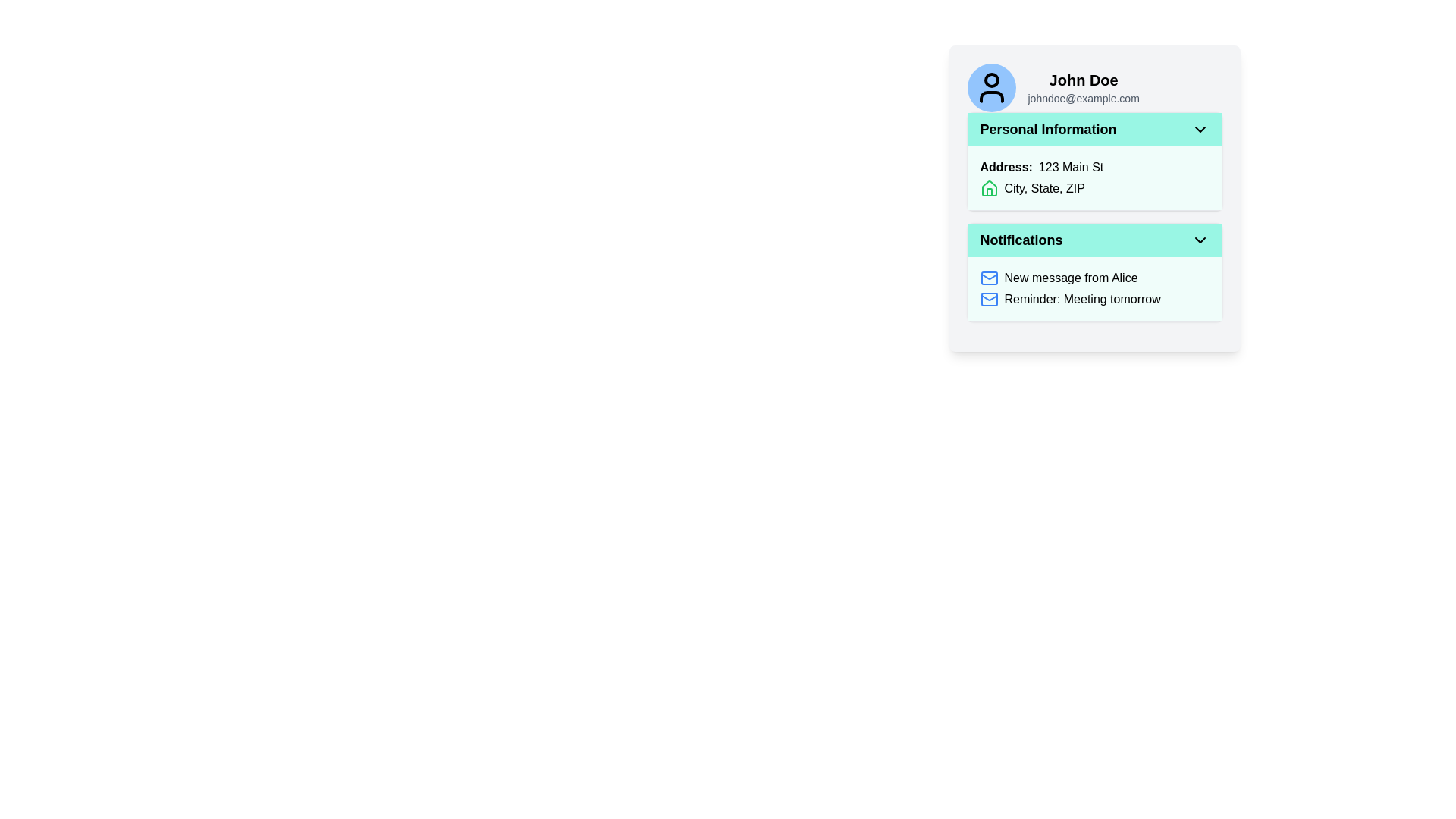  I want to click on the static text display element that shows the user's email address, located below the 'John Doe' name text and near the user profile image icon, so click(1083, 99).